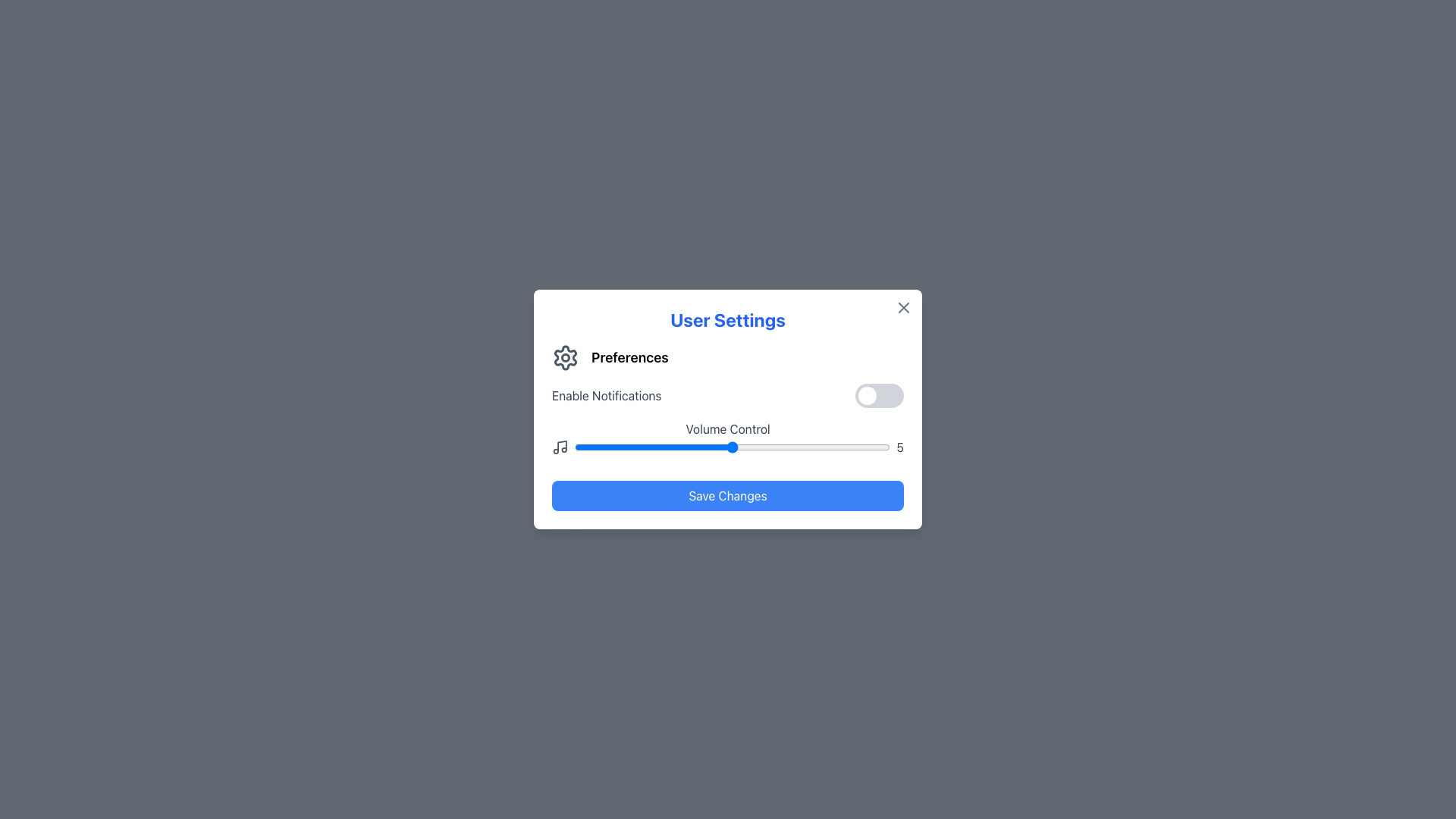  What do you see at coordinates (903, 307) in the screenshot?
I see `the small grey 'X' button located in the top-right corner of the modal dialog box to change its color` at bounding box center [903, 307].